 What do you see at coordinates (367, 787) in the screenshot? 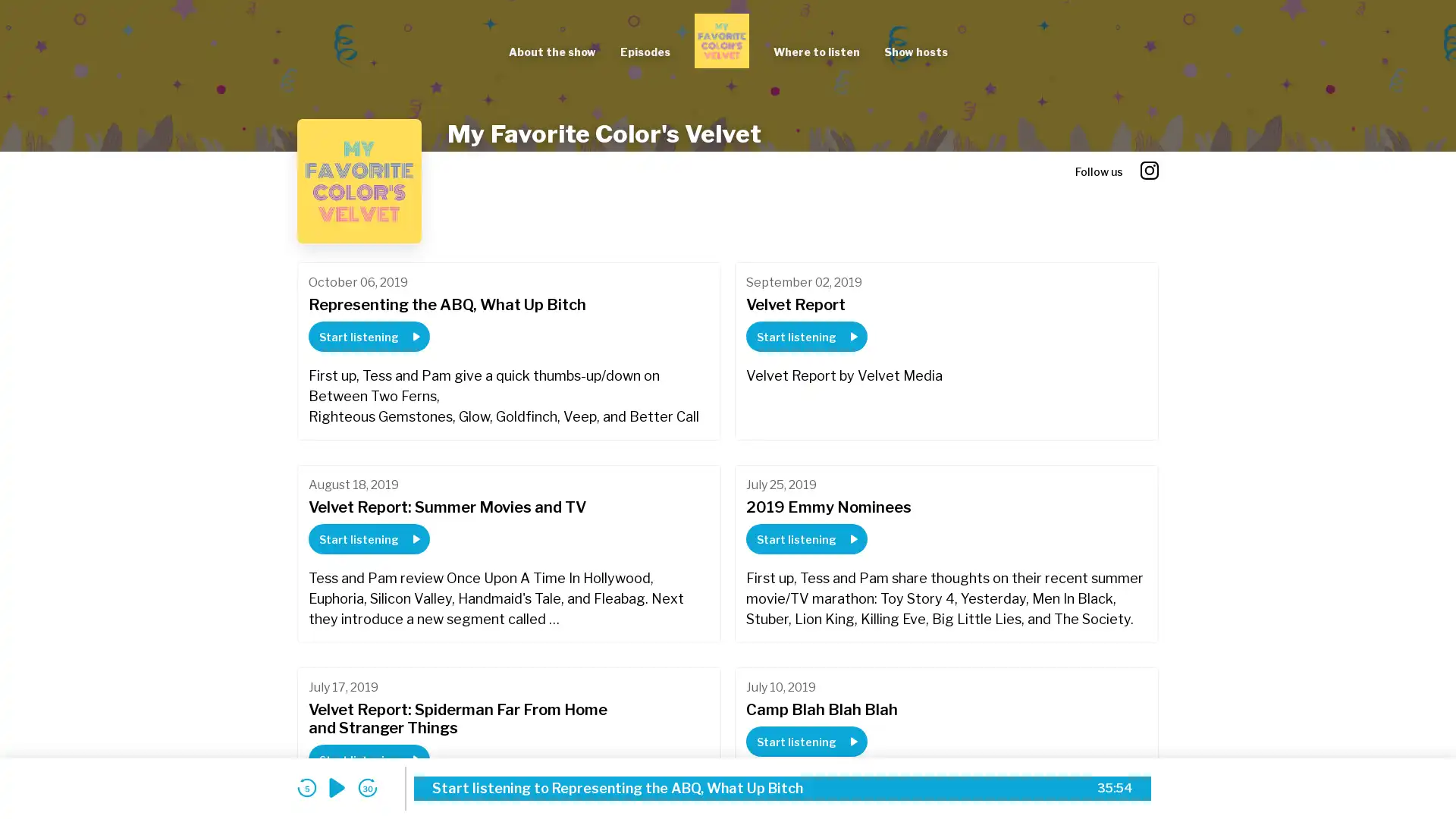
I see `skip forward 30 seconds` at bounding box center [367, 787].